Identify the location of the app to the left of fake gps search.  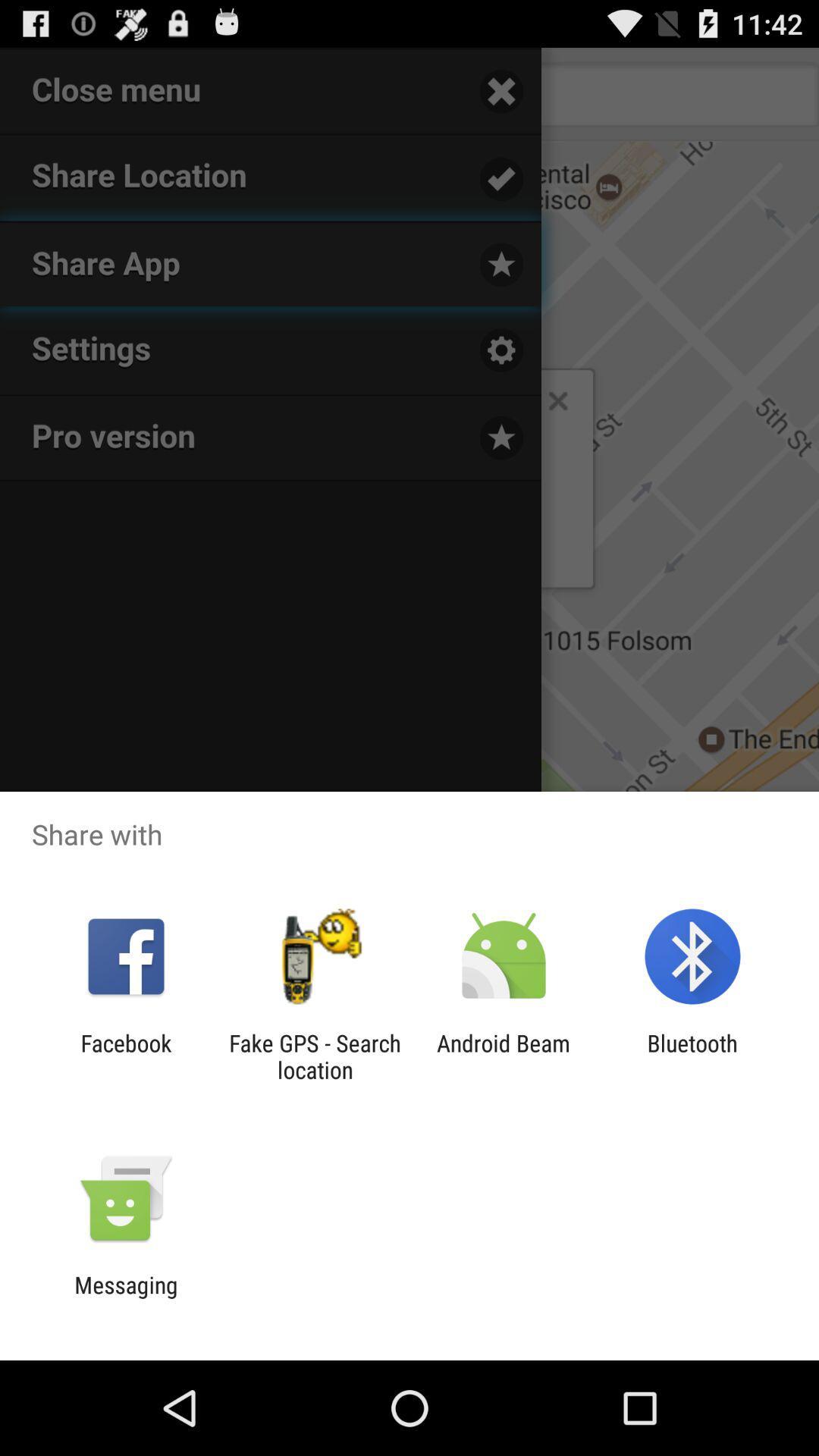
(125, 1056).